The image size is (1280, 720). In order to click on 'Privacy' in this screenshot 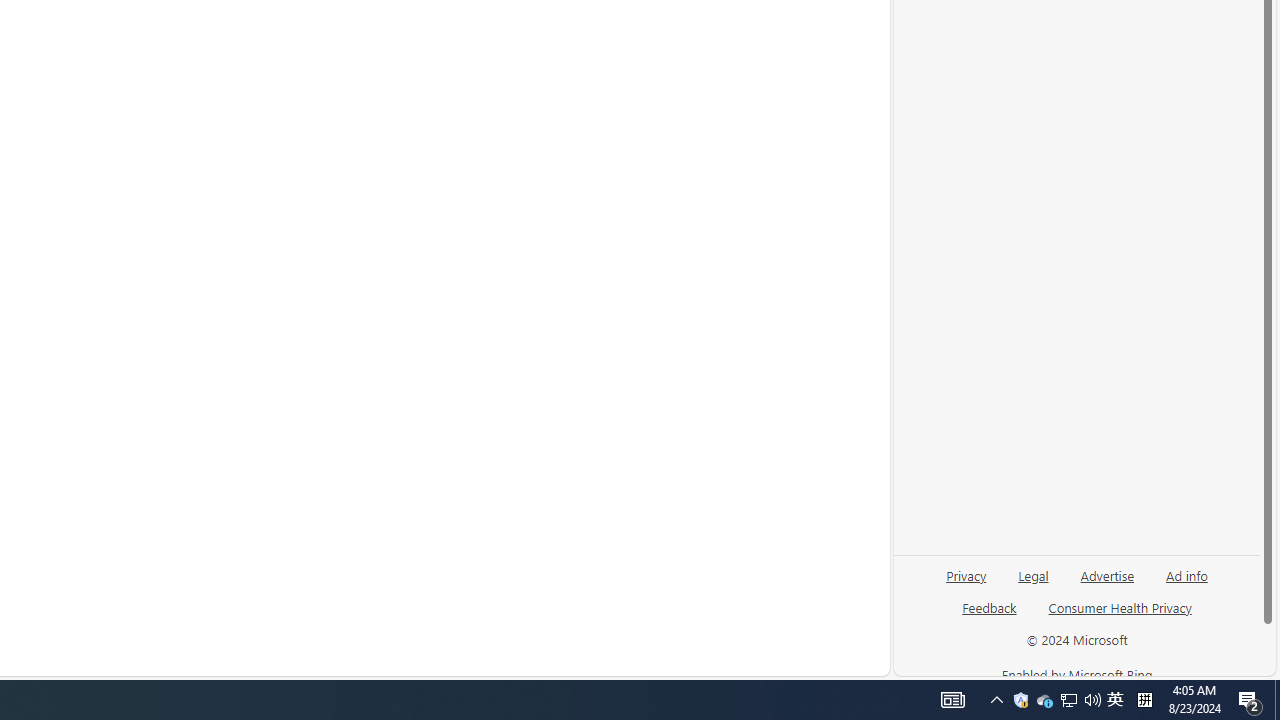, I will do `click(966, 574)`.